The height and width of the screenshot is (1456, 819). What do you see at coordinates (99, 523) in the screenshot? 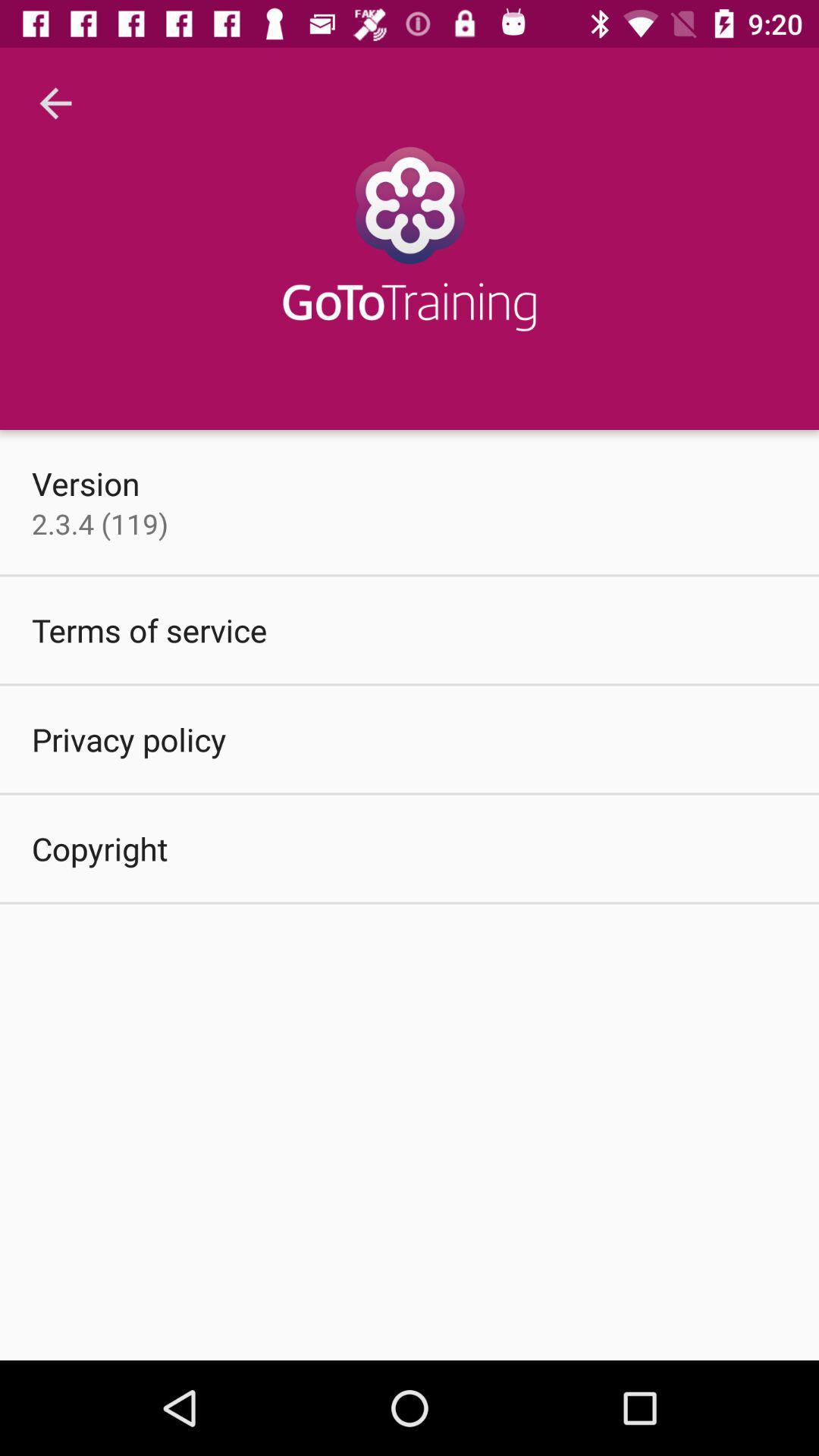
I see `2 3 4 icon` at bounding box center [99, 523].